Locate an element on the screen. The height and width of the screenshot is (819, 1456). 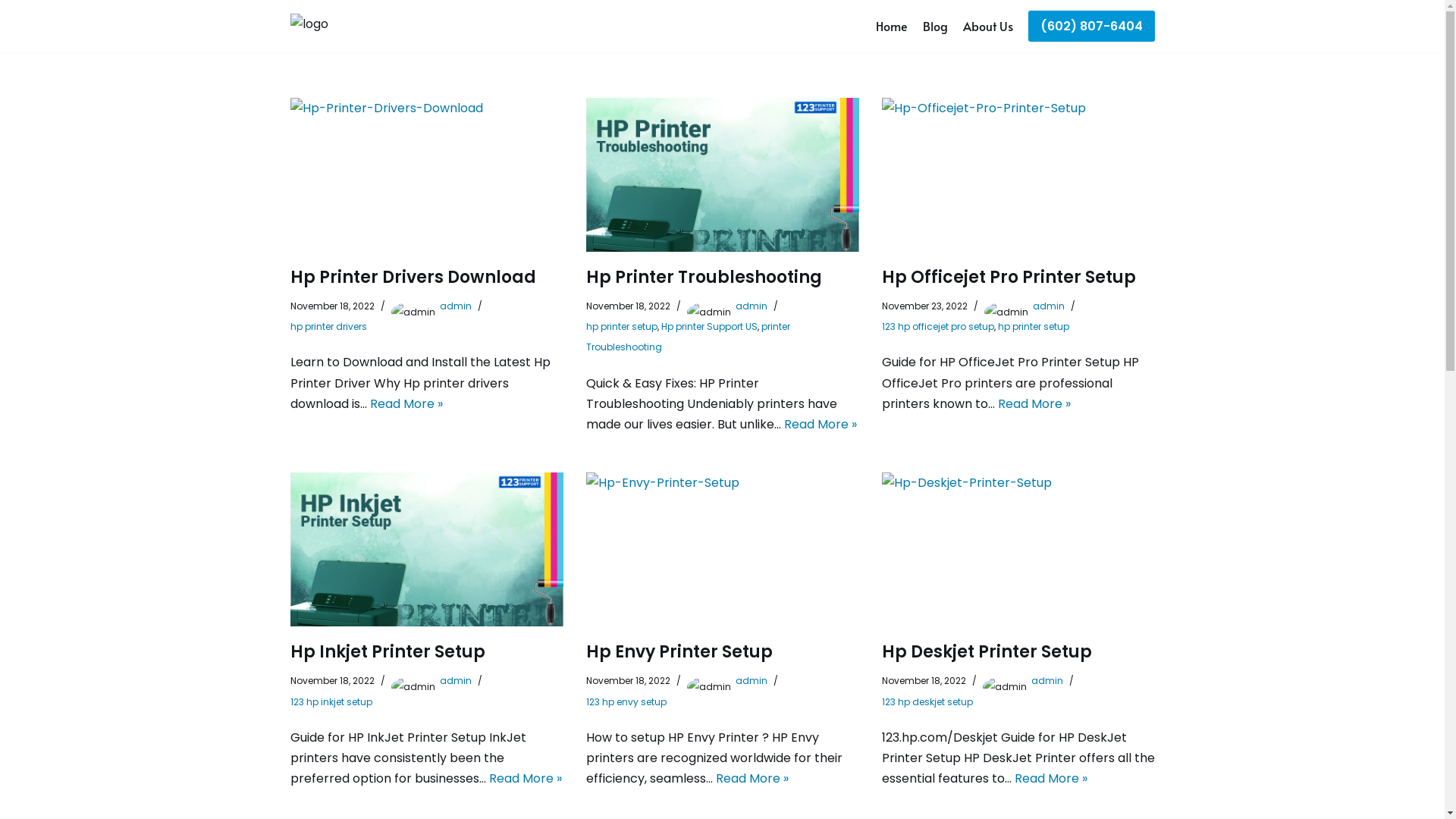
'Hp Printer Troubleshooting' is located at coordinates (720, 174).